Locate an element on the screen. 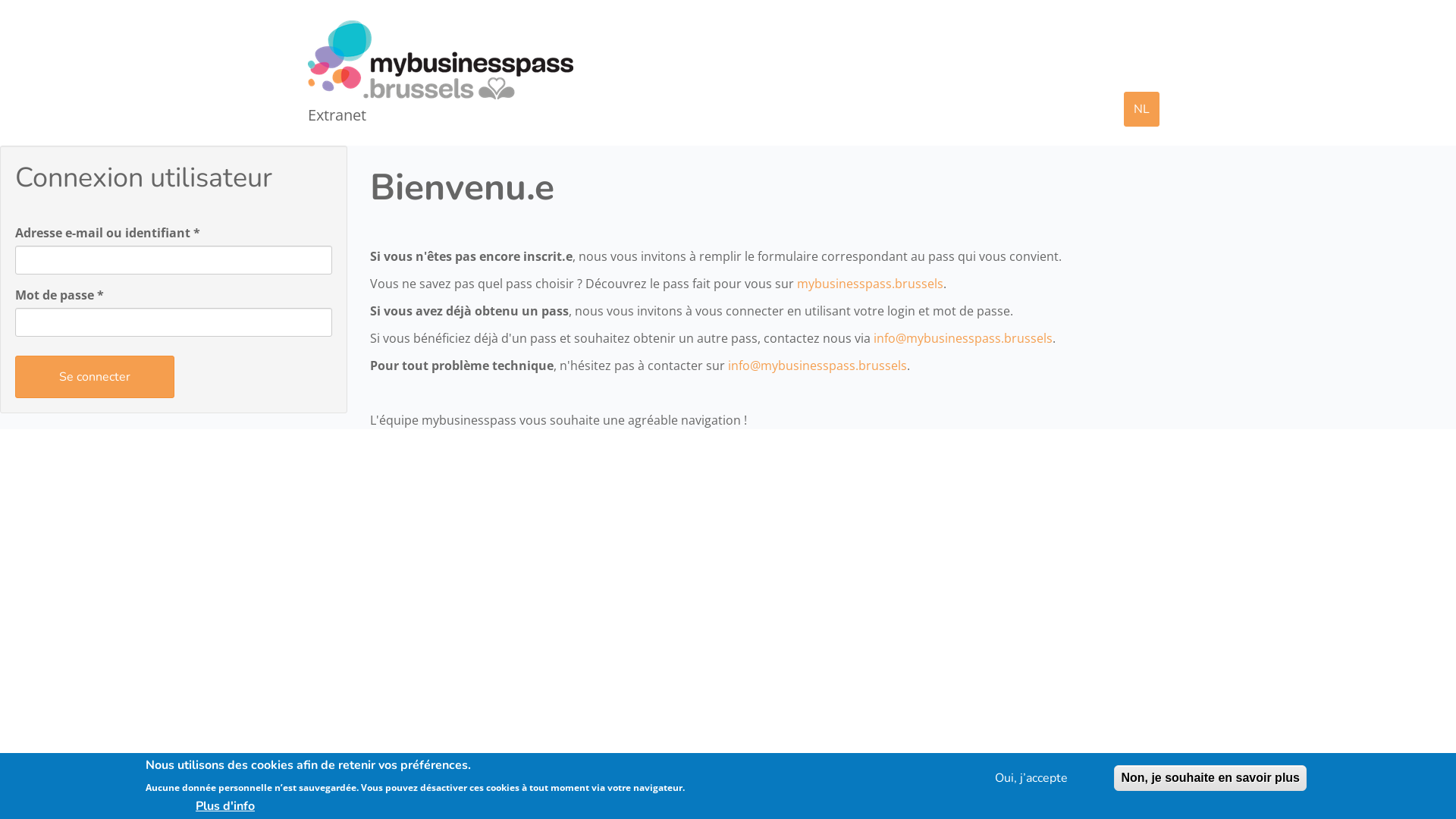  'Accueil' is located at coordinates (445, 58).